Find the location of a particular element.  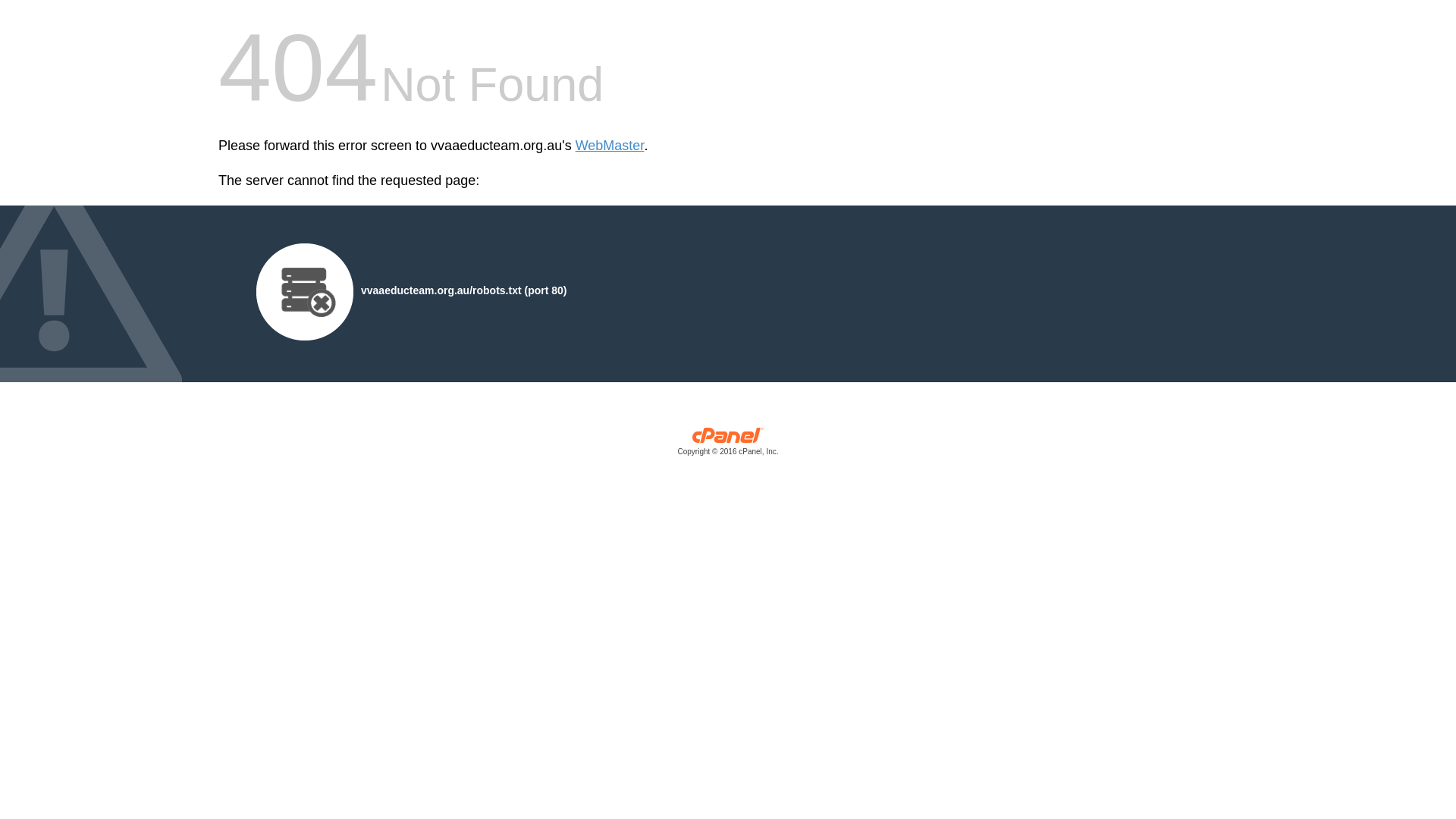

'WebMaster' is located at coordinates (610, 146).